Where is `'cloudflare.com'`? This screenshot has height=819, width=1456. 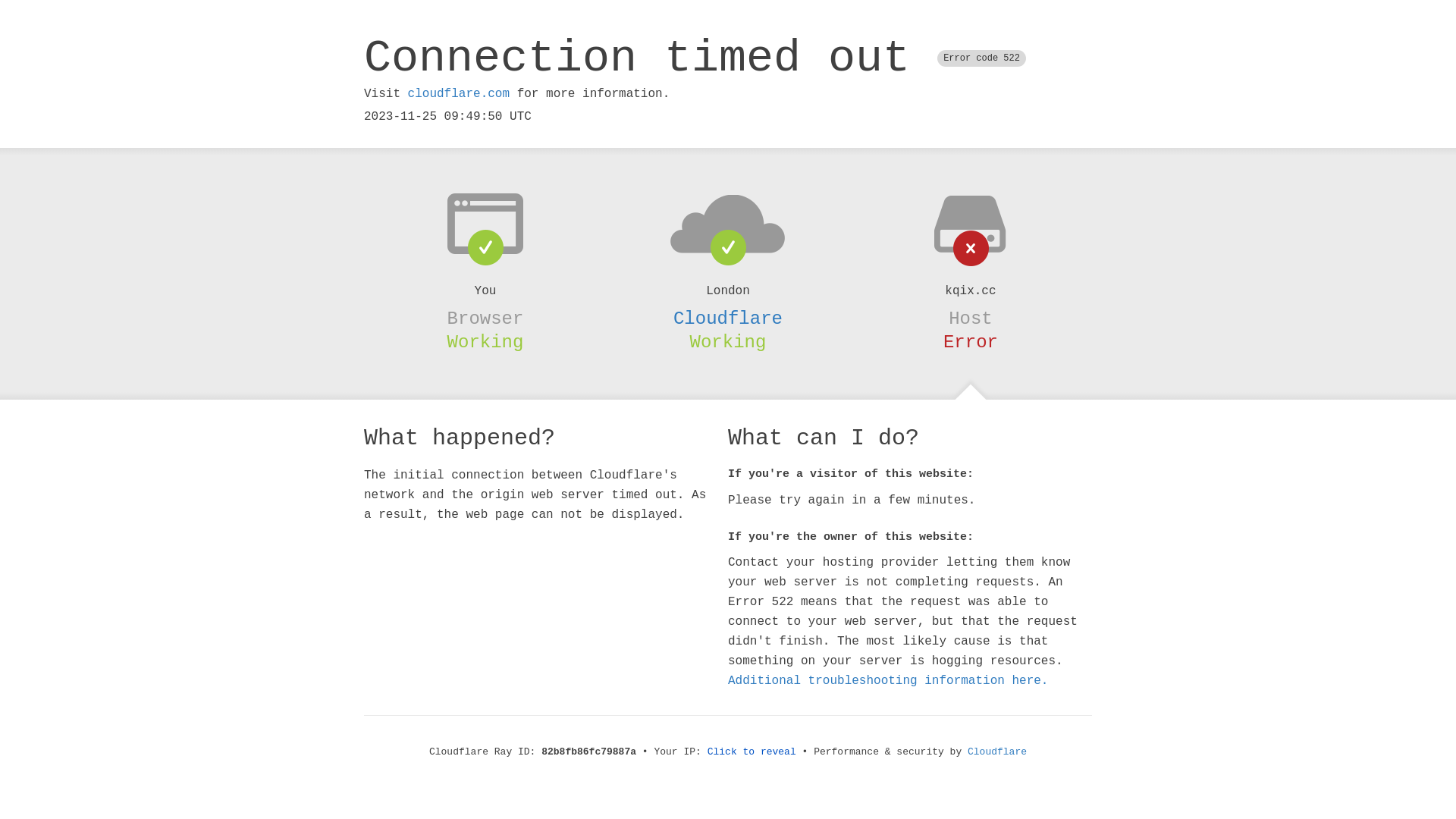 'cloudflare.com' is located at coordinates (457, 93).